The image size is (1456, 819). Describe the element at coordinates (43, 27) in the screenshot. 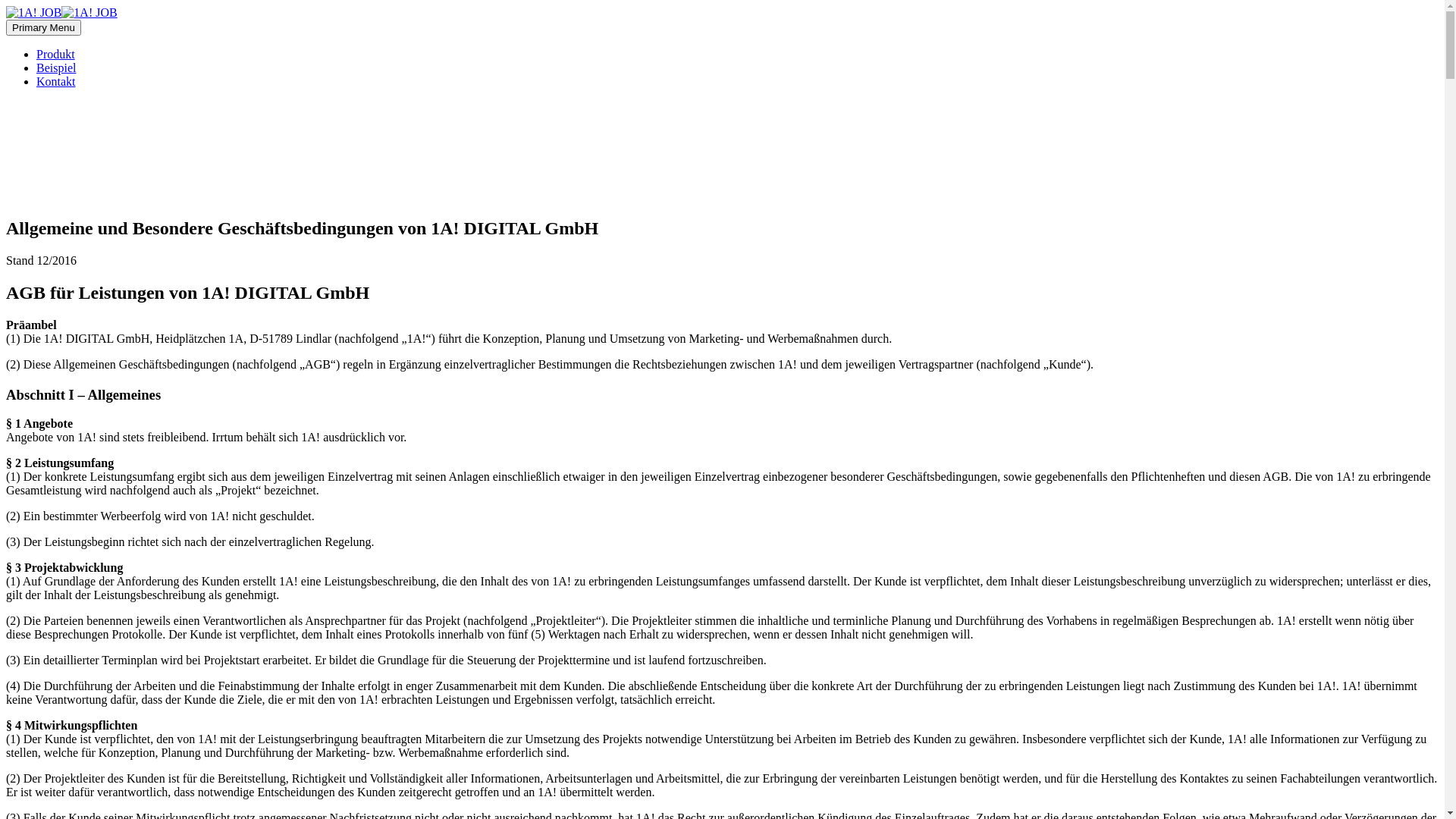

I see `'Primary Menu'` at that location.